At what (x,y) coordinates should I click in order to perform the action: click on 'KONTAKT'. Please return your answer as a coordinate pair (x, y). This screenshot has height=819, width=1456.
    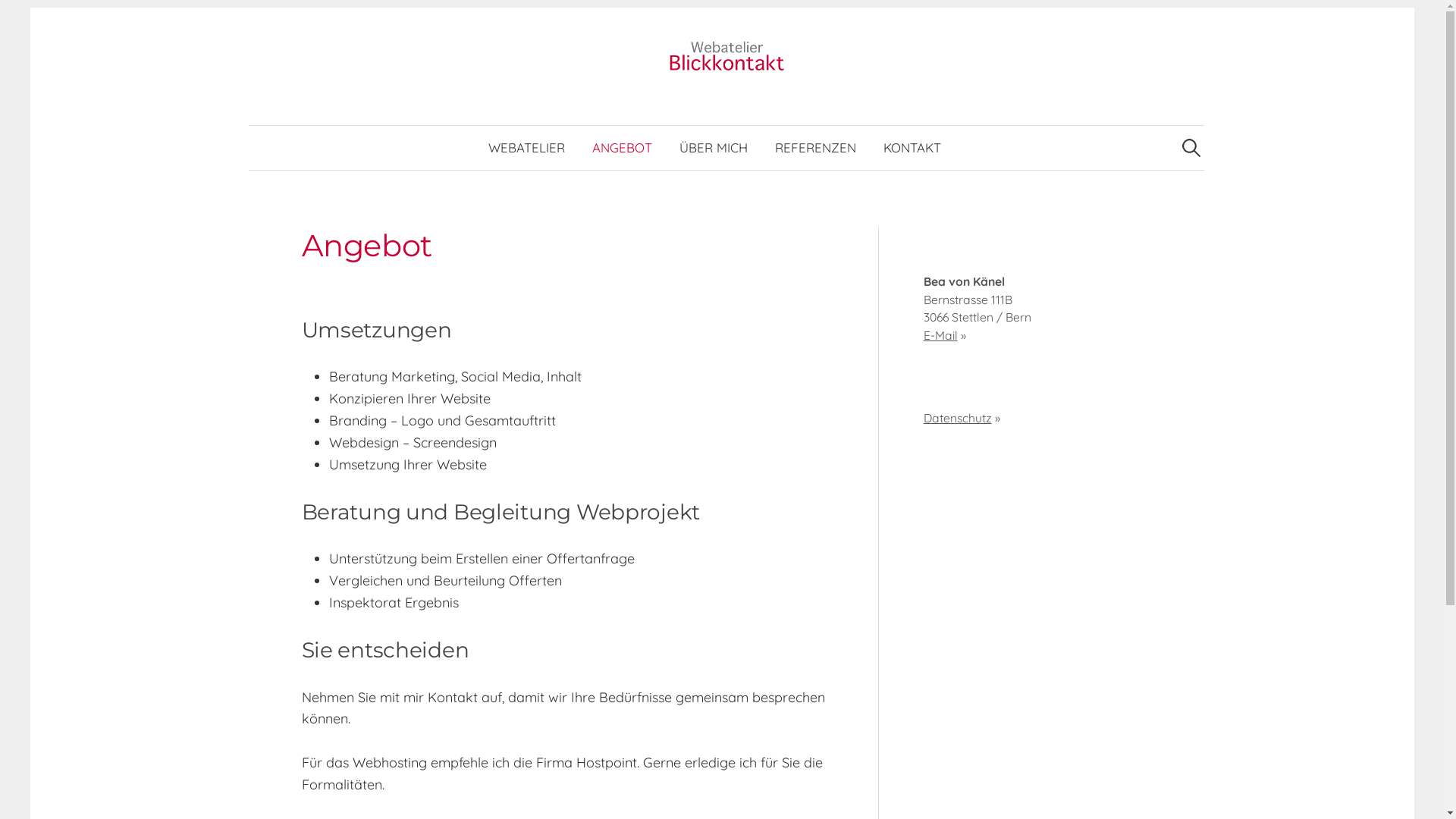
    Looking at the image, I should click on (912, 148).